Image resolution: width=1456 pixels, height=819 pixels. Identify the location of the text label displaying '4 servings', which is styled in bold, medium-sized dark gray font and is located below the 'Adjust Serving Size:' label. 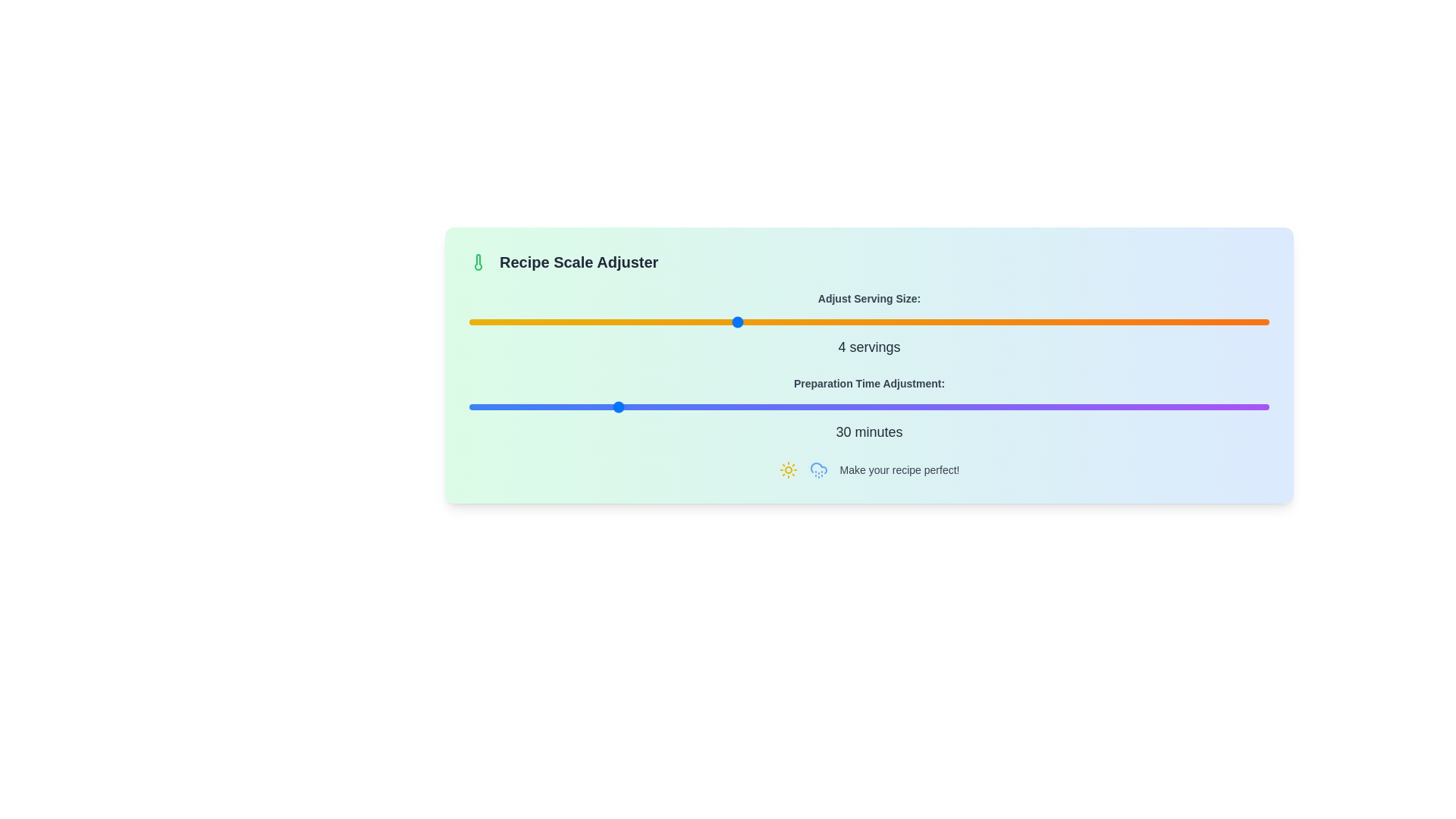
(869, 347).